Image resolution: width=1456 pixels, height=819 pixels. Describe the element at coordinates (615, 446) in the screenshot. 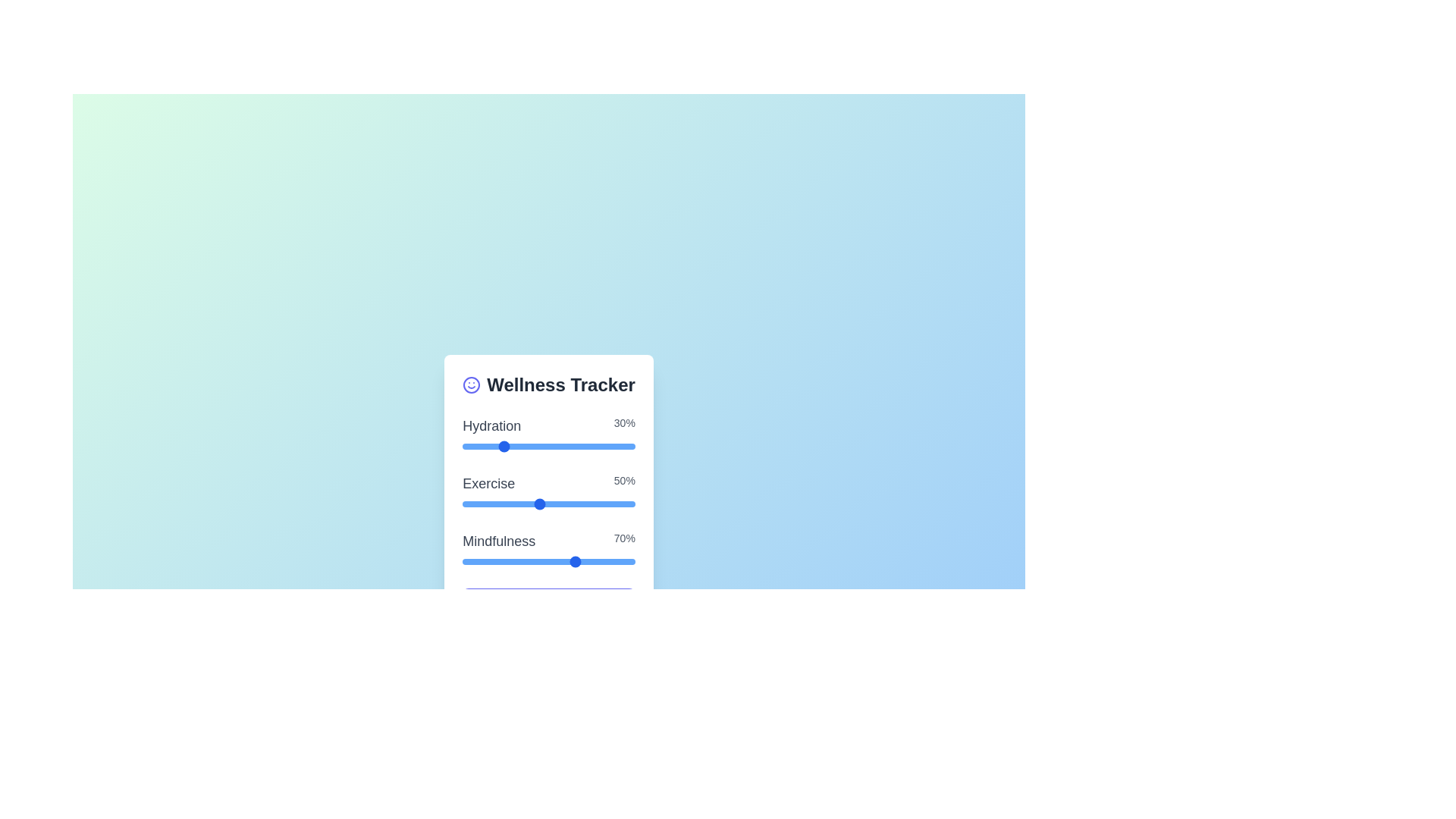

I see `the 'Hydration' slider to set its value to 9` at that location.